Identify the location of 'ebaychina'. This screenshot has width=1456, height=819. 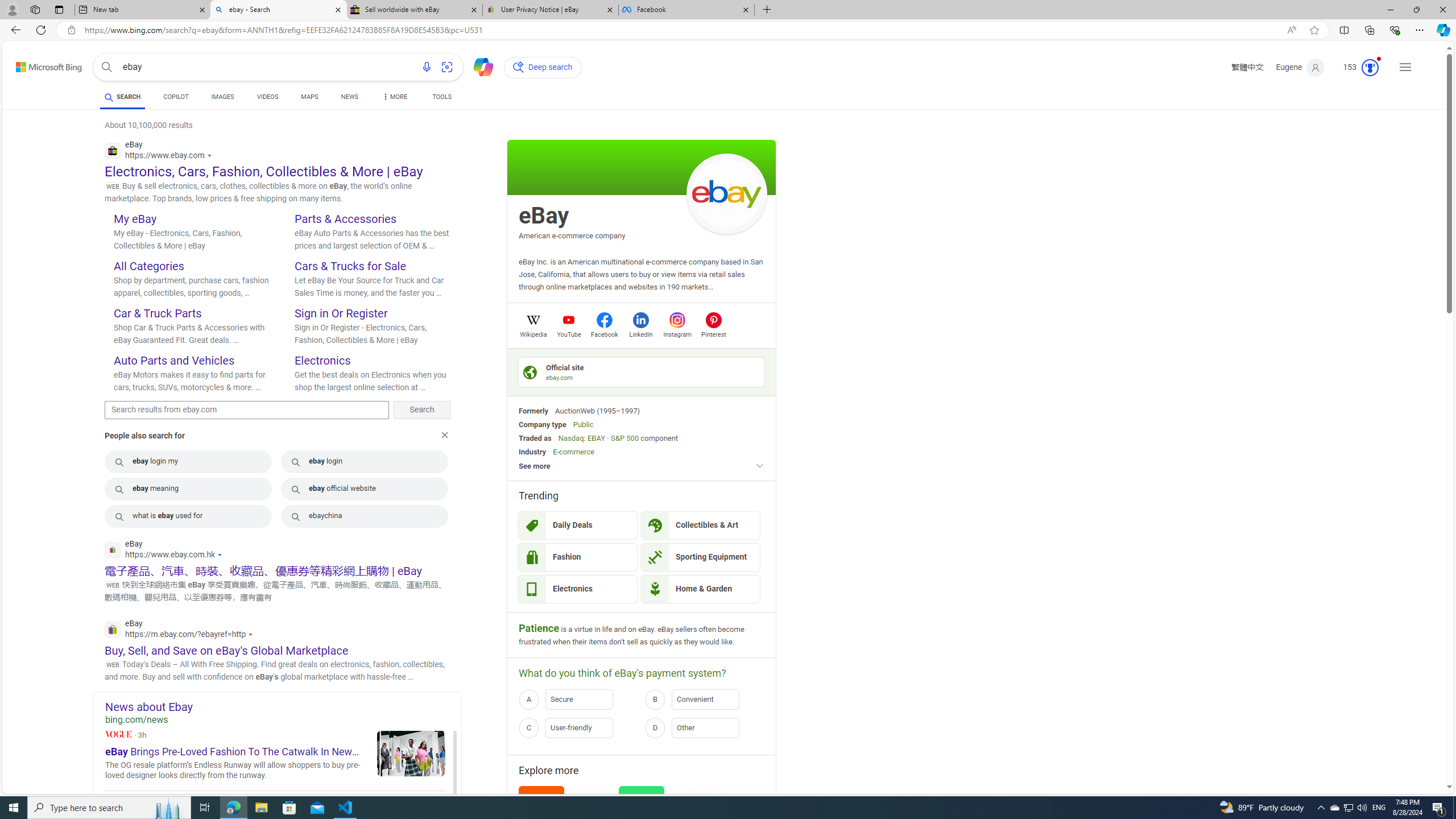
(364, 516).